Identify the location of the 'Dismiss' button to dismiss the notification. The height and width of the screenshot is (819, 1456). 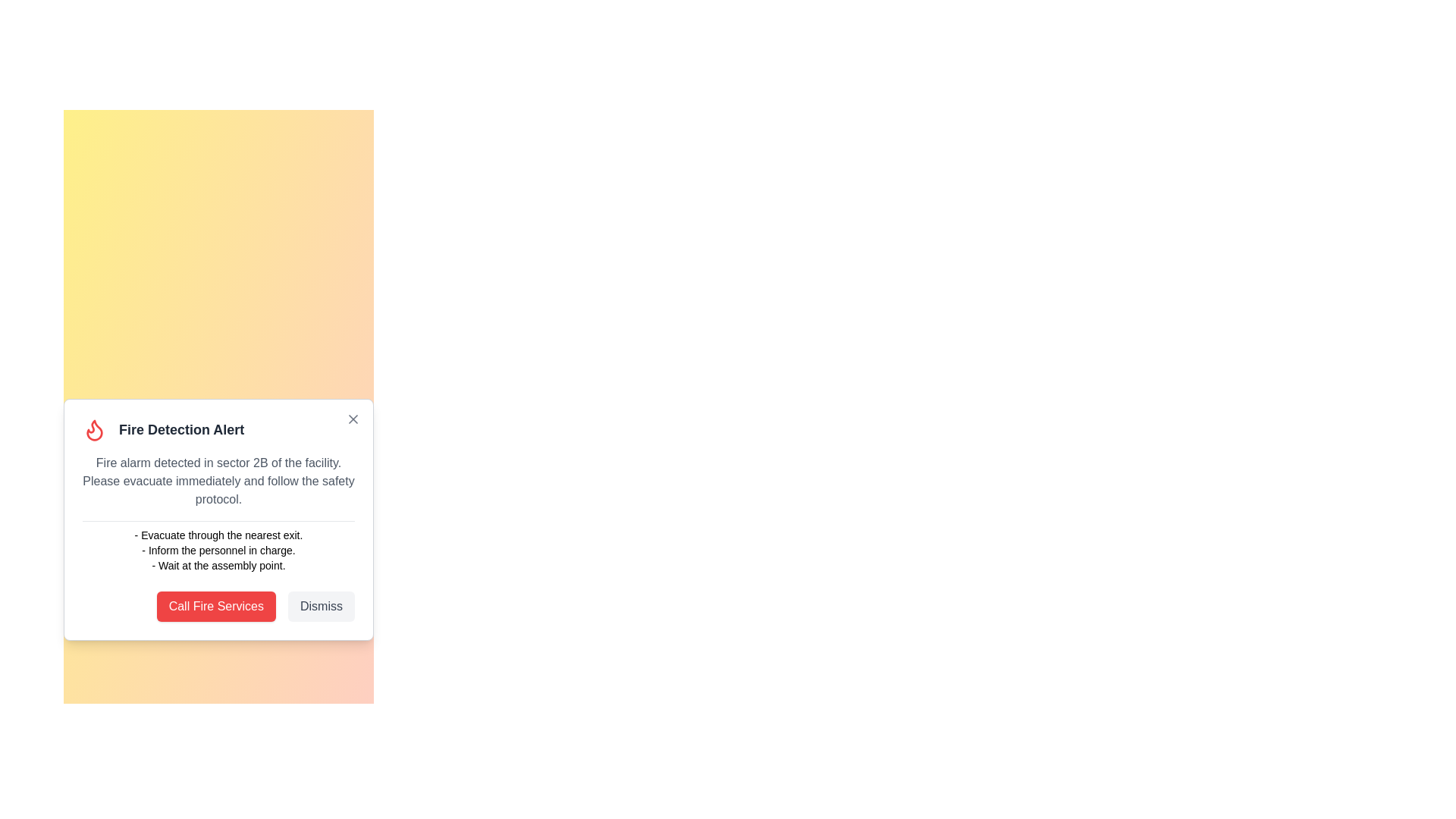
(320, 605).